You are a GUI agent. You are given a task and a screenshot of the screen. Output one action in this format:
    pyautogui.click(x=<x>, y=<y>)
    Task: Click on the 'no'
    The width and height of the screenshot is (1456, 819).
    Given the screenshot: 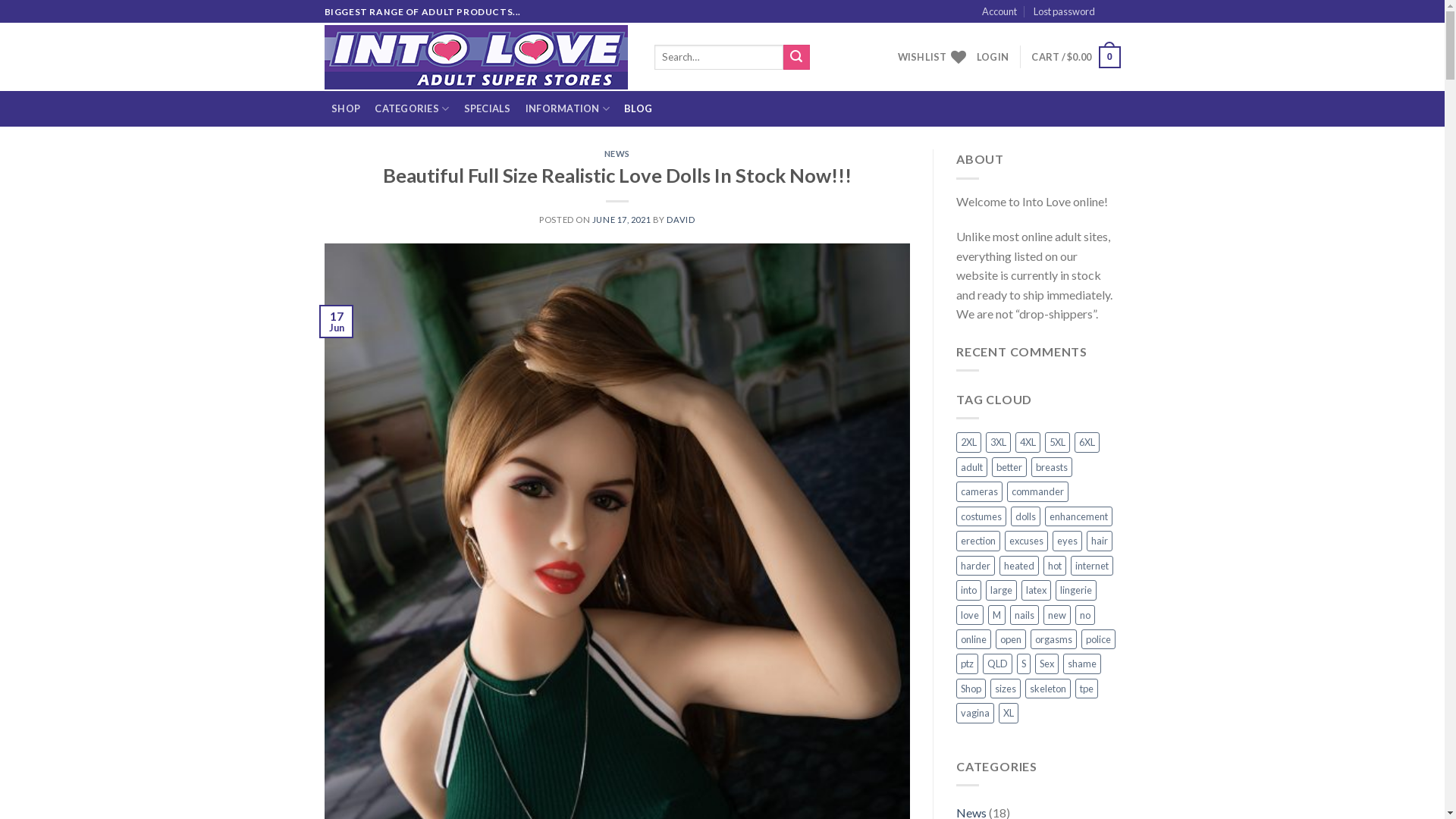 What is the action you would take?
    pyautogui.click(x=1084, y=614)
    